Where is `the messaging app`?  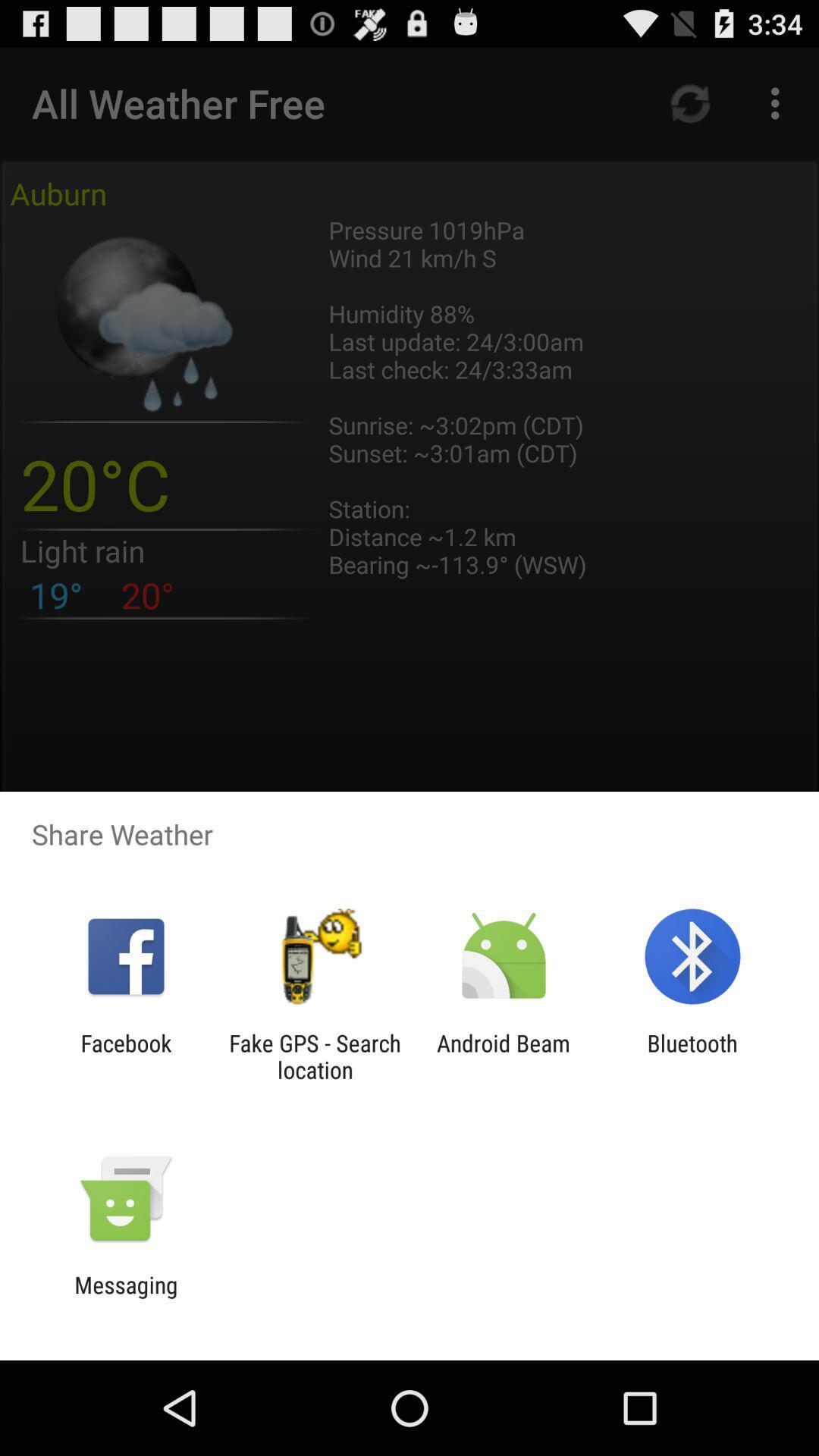
the messaging app is located at coordinates (125, 1298).